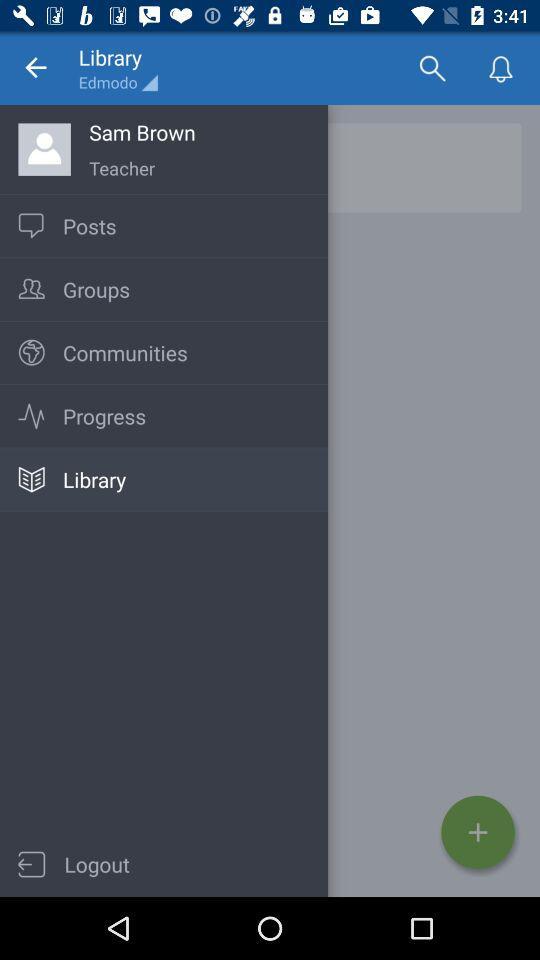 The height and width of the screenshot is (960, 540). Describe the element at coordinates (477, 832) in the screenshot. I see `the add icon which is at the bottom right of the page` at that location.